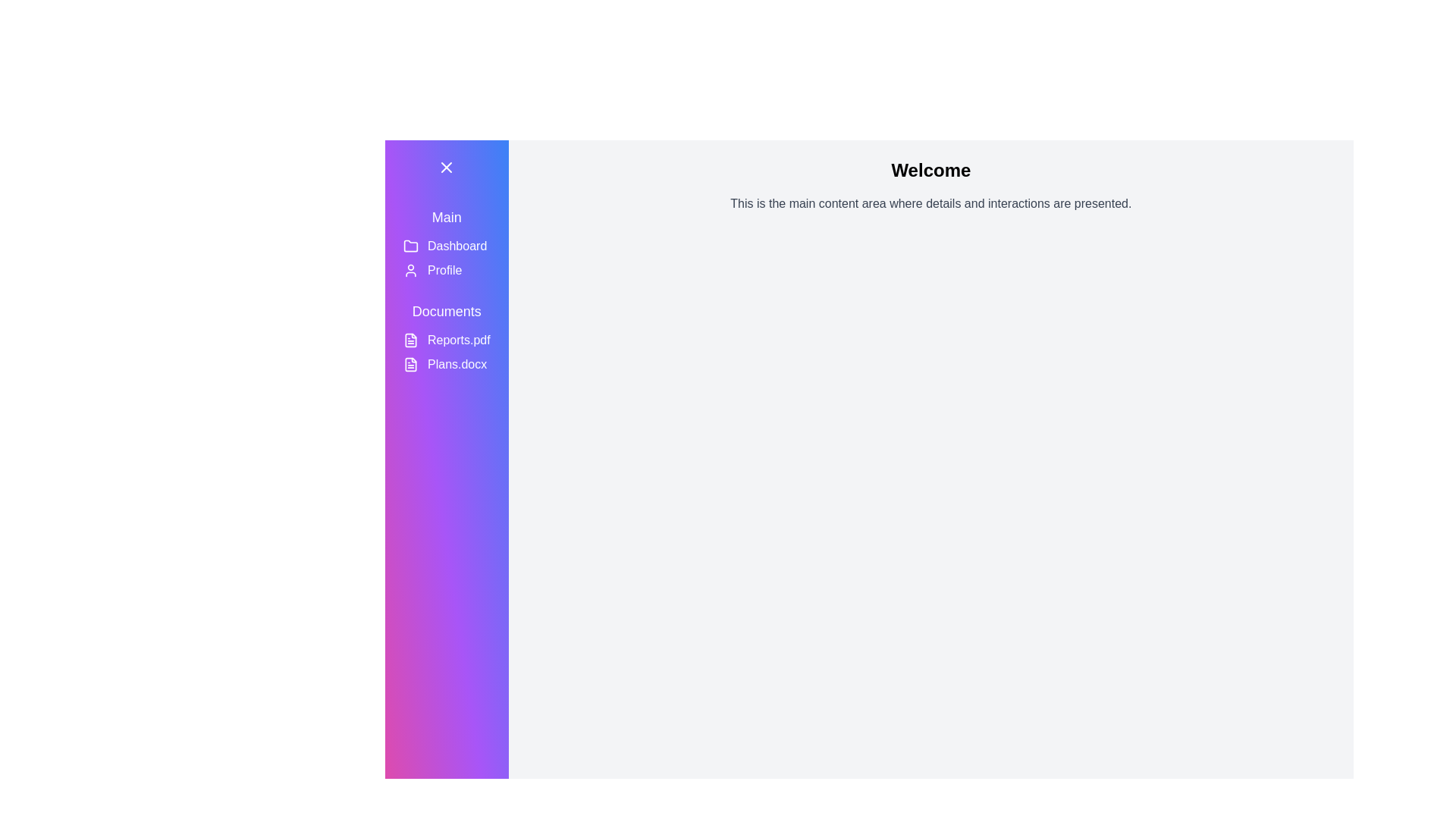  What do you see at coordinates (446, 245) in the screenshot?
I see `the 'Dashboard' navigation button located in the sidebar, which displays a folder icon and is styled with rounded corners` at bounding box center [446, 245].